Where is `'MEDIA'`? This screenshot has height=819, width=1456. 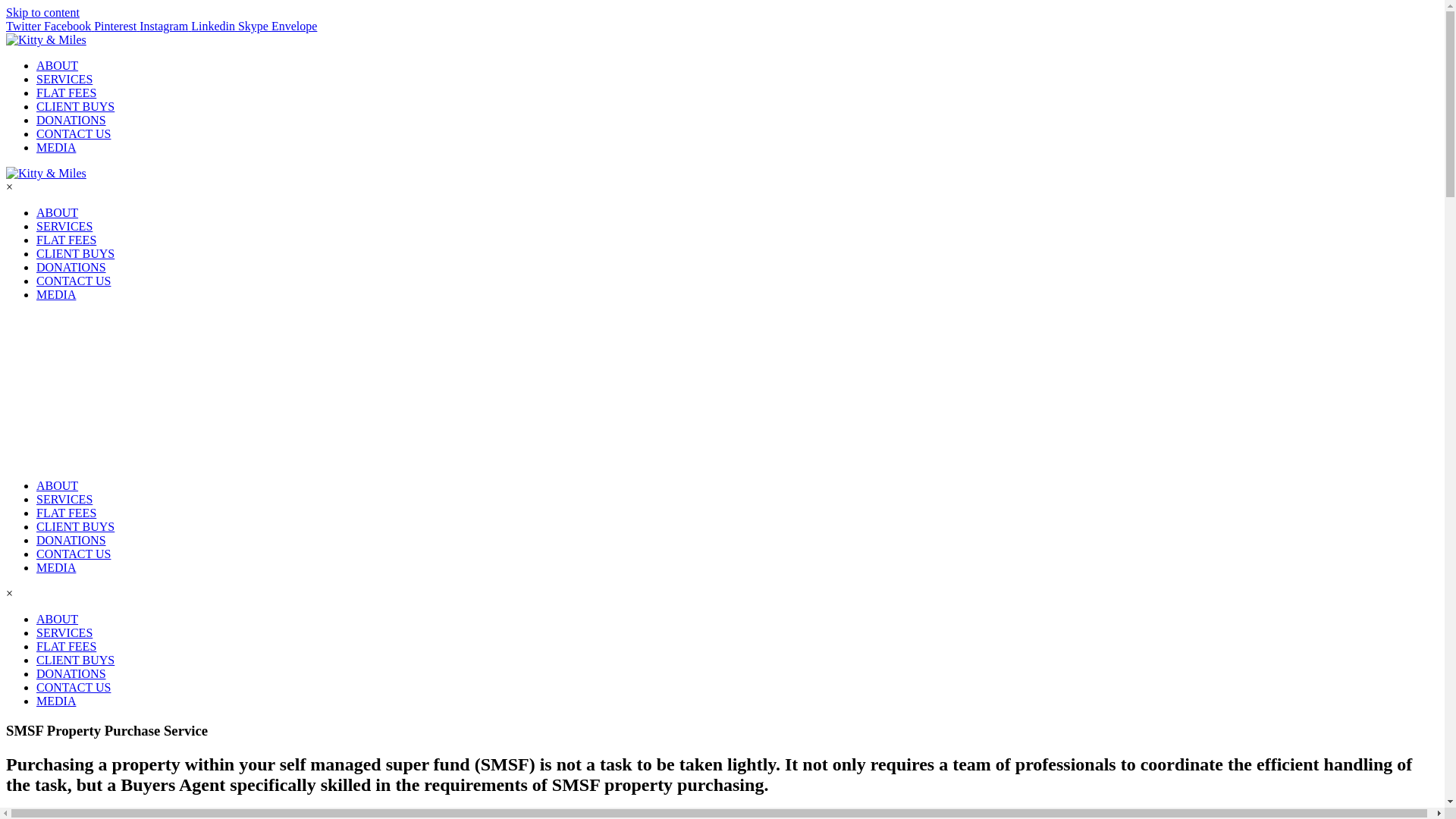 'MEDIA' is located at coordinates (1112, 70).